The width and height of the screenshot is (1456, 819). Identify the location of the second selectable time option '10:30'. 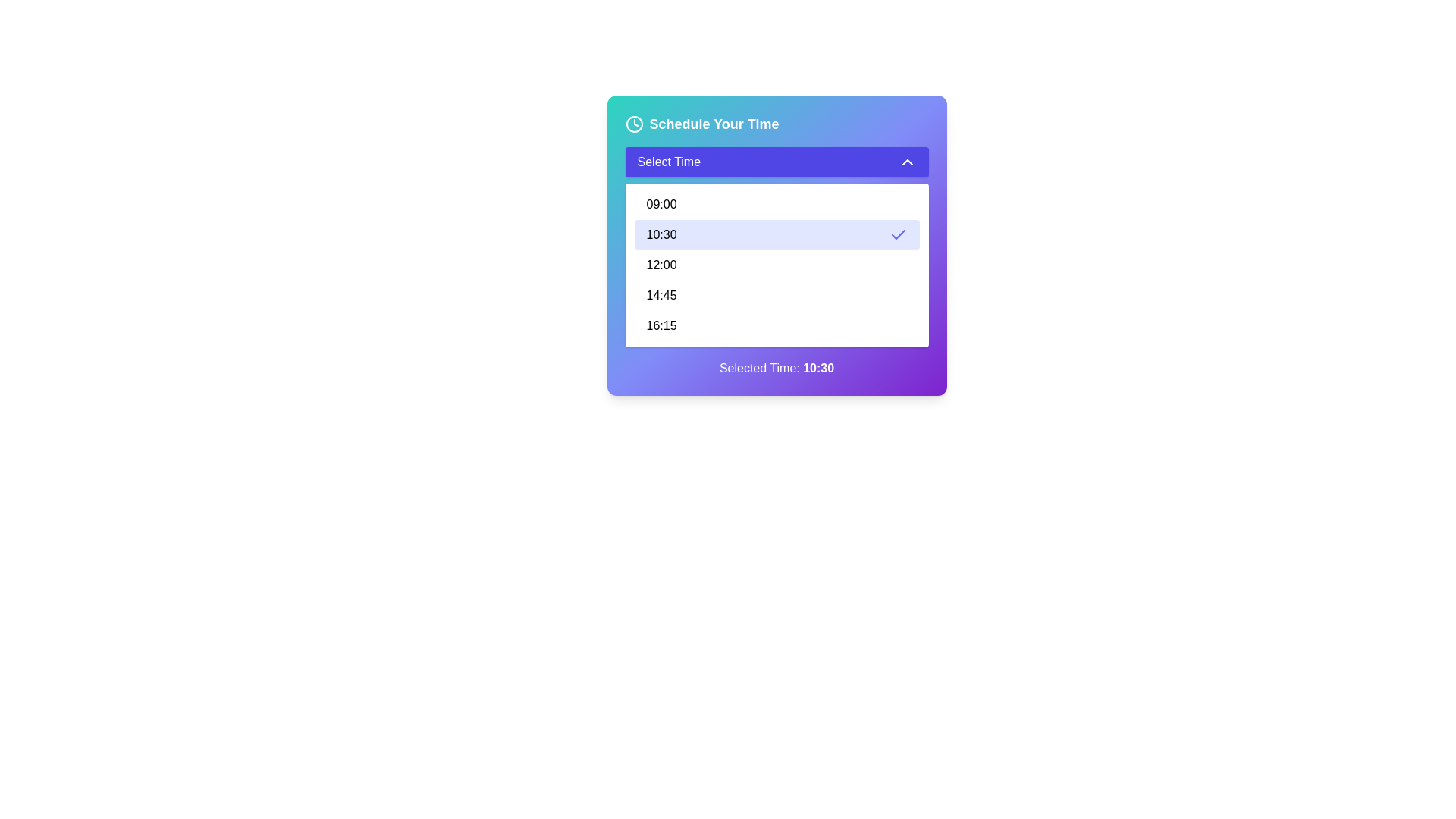
(661, 234).